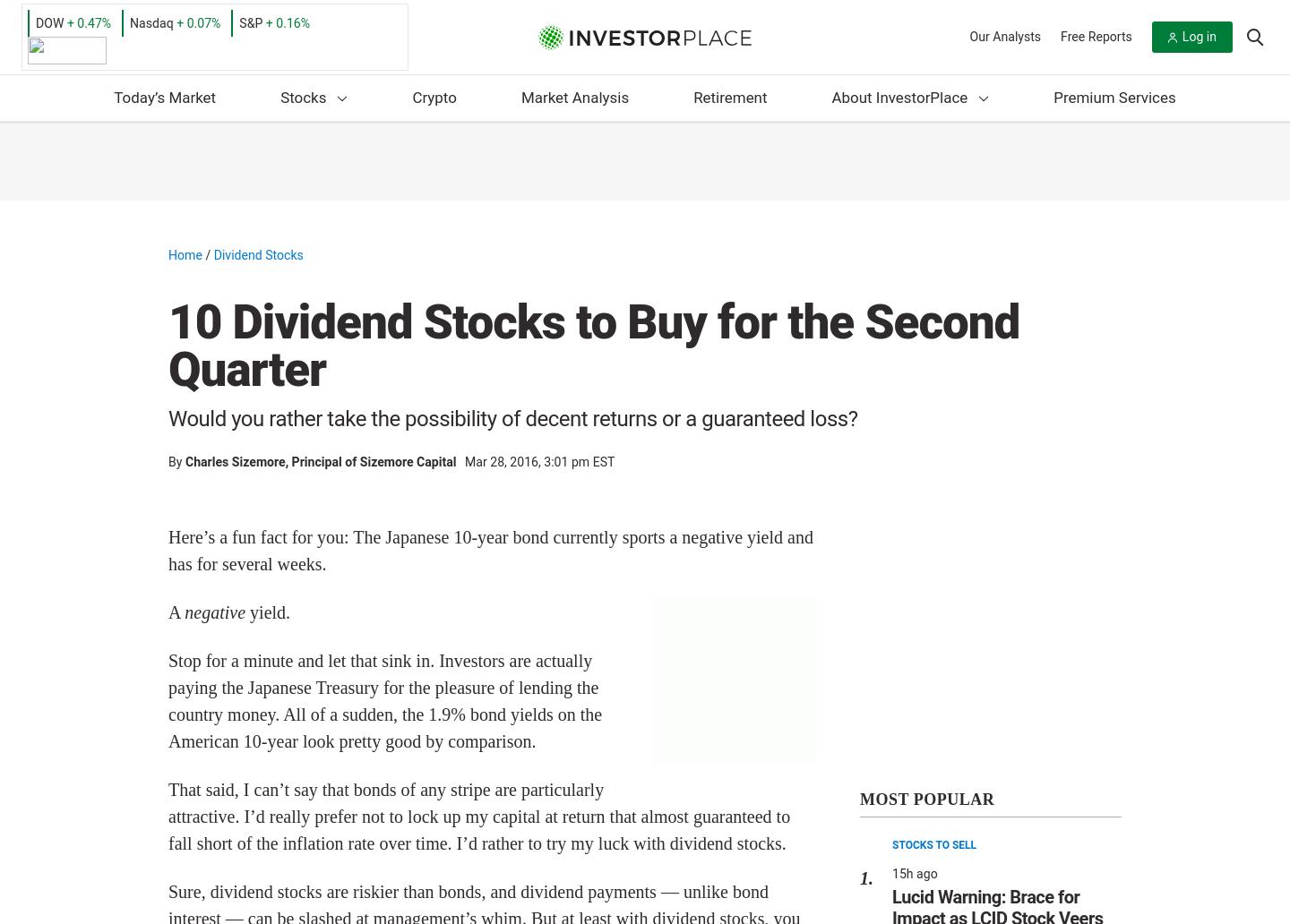  I want to click on 'All Stock Picks', so click(386, 327).